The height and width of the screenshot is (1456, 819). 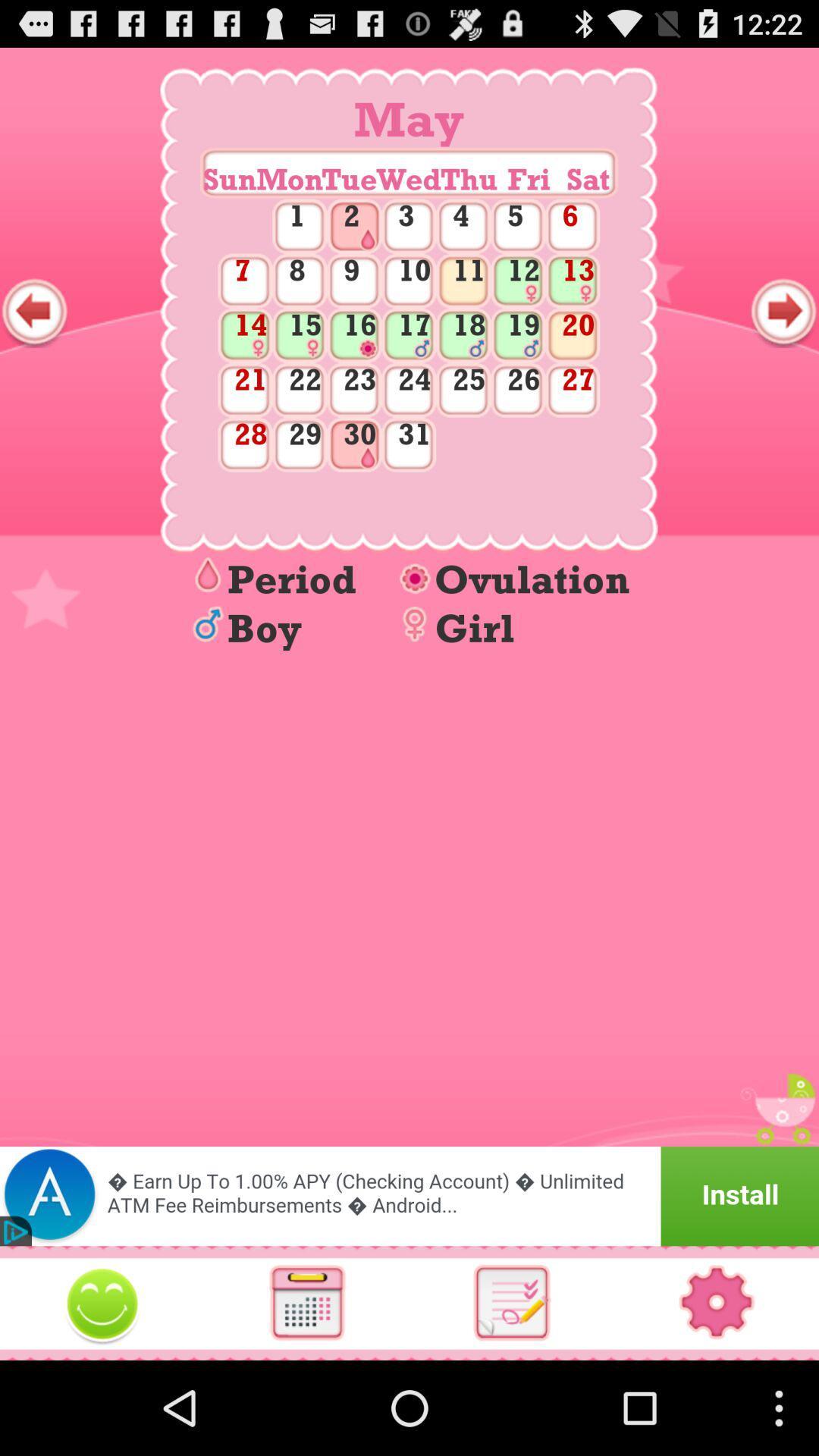 What do you see at coordinates (783, 311) in the screenshot?
I see `show next month` at bounding box center [783, 311].